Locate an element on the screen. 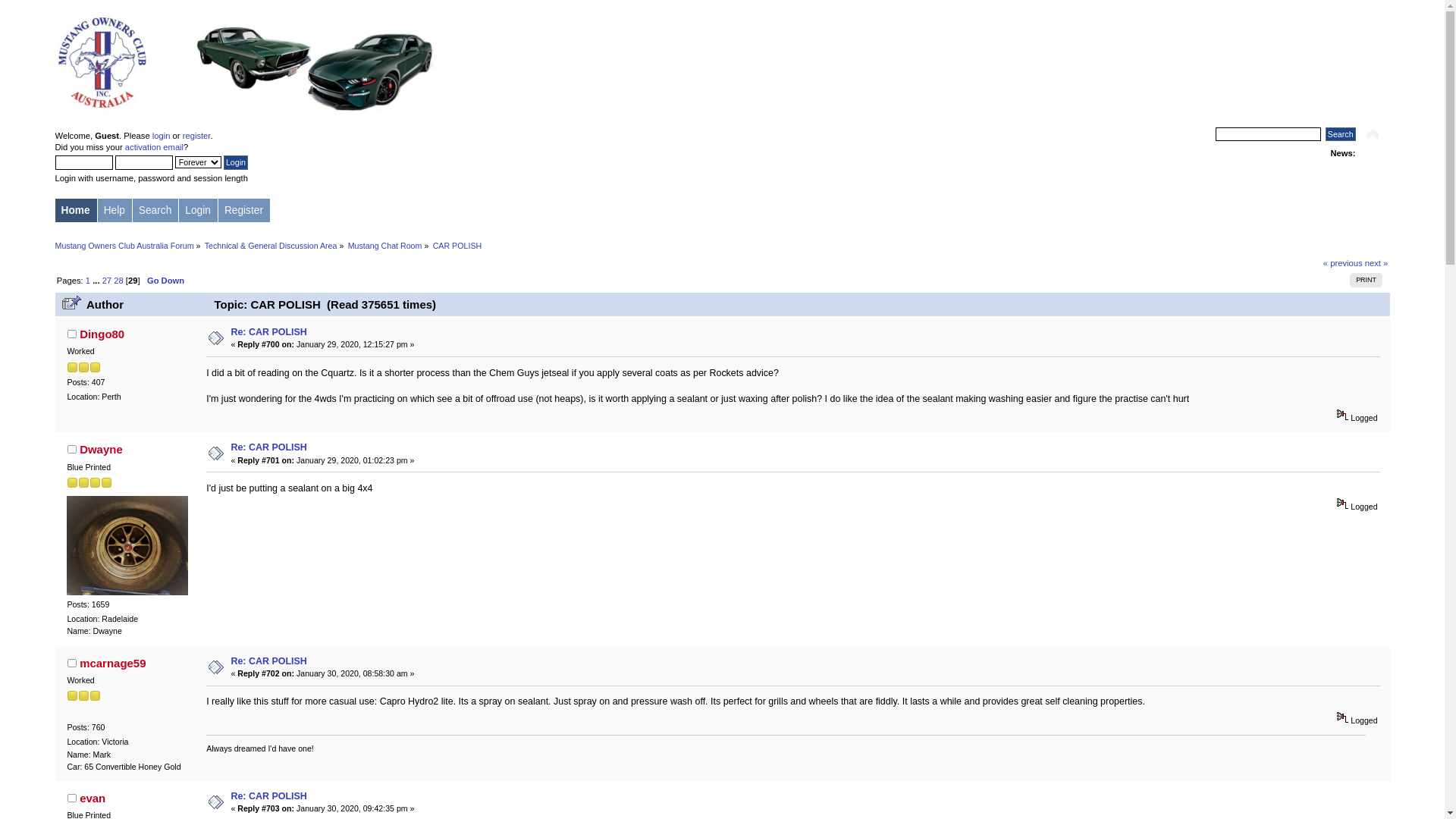 This screenshot has width=1456, height=819. '27' is located at coordinates (105, 281).